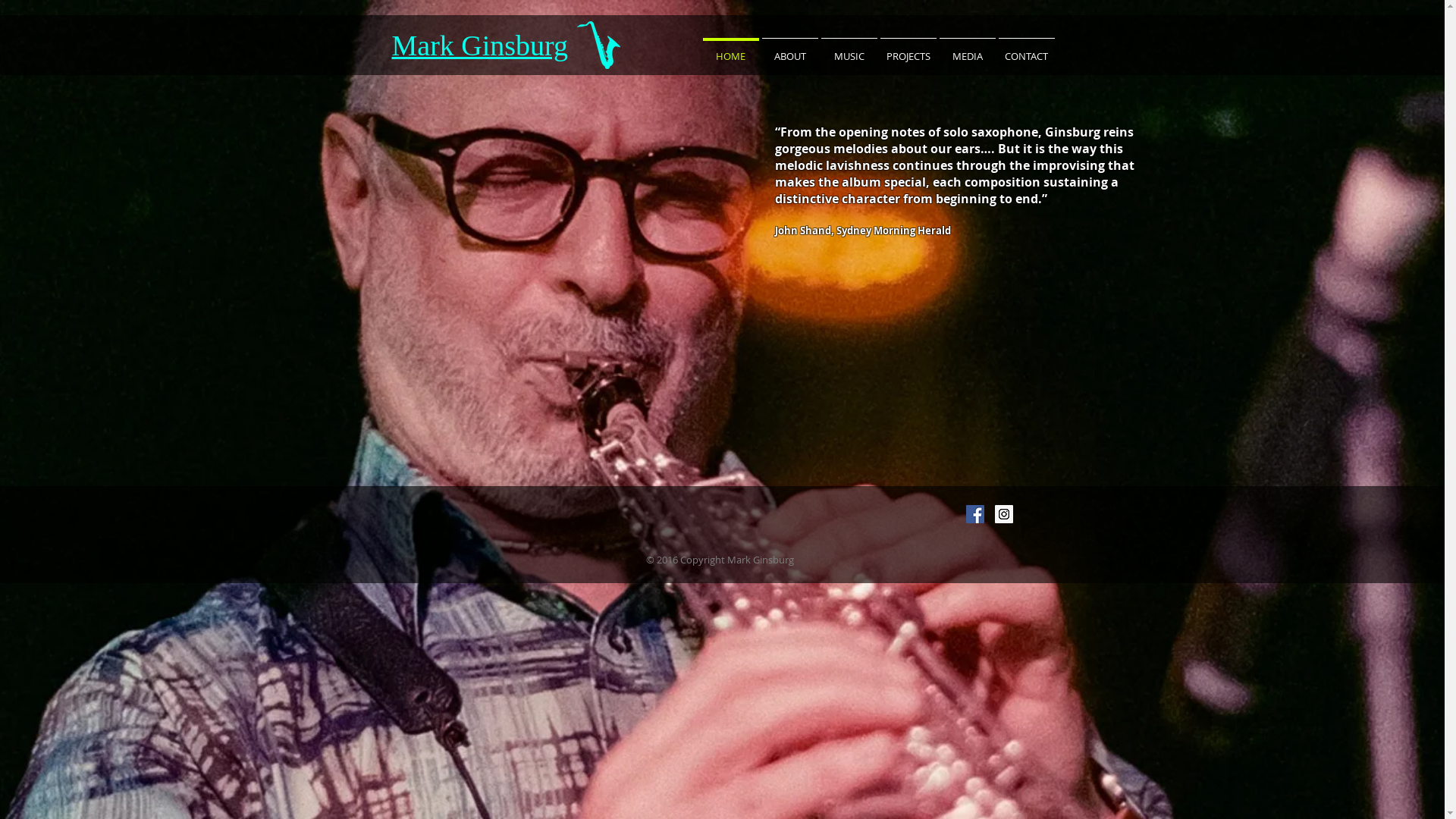 Image resolution: width=1456 pixels, height=819 pixels. I want to click on 'PROJECTS', so click(907, 49).